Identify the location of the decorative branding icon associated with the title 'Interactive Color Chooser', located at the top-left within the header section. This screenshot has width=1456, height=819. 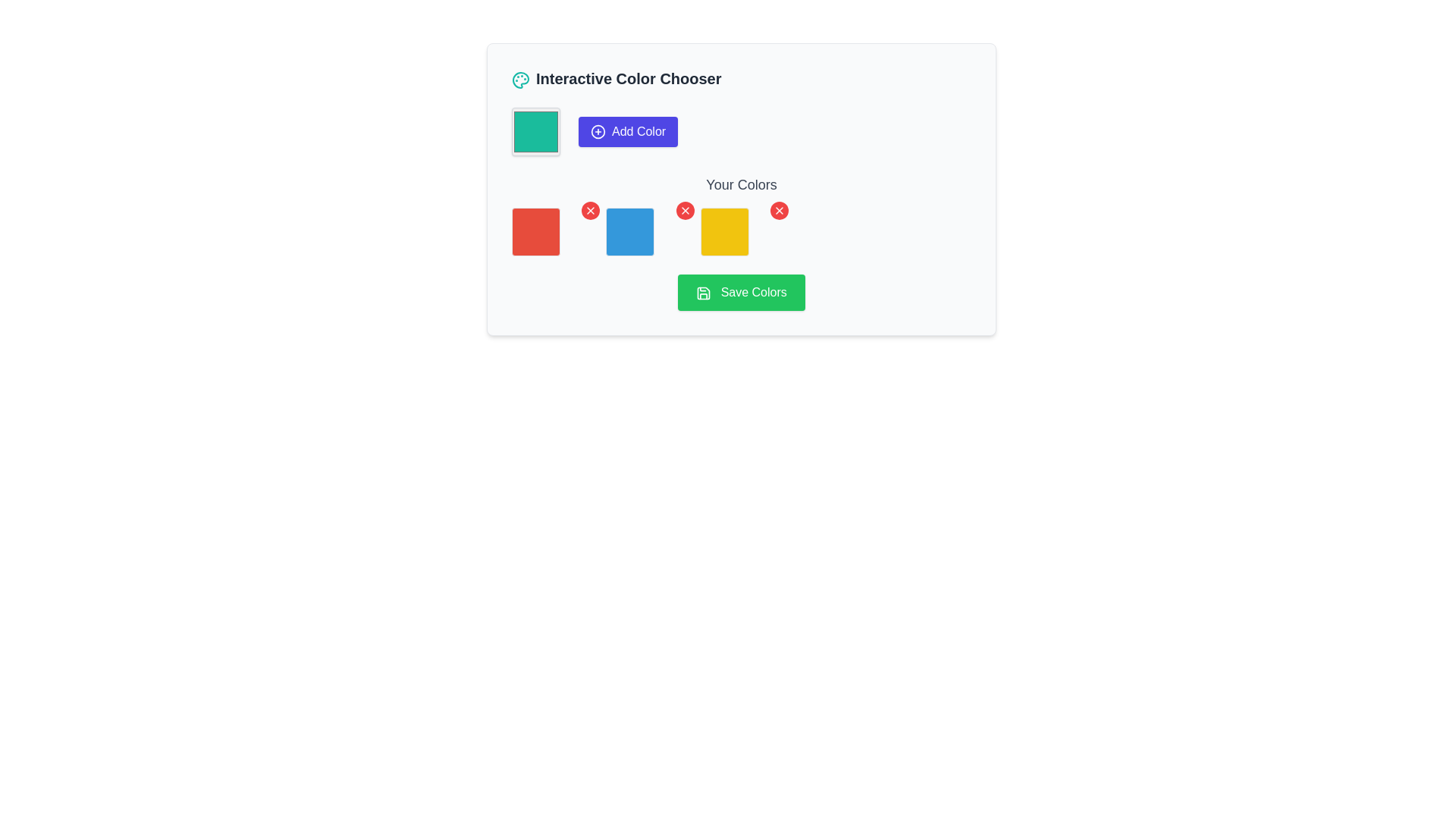
(520, 79).